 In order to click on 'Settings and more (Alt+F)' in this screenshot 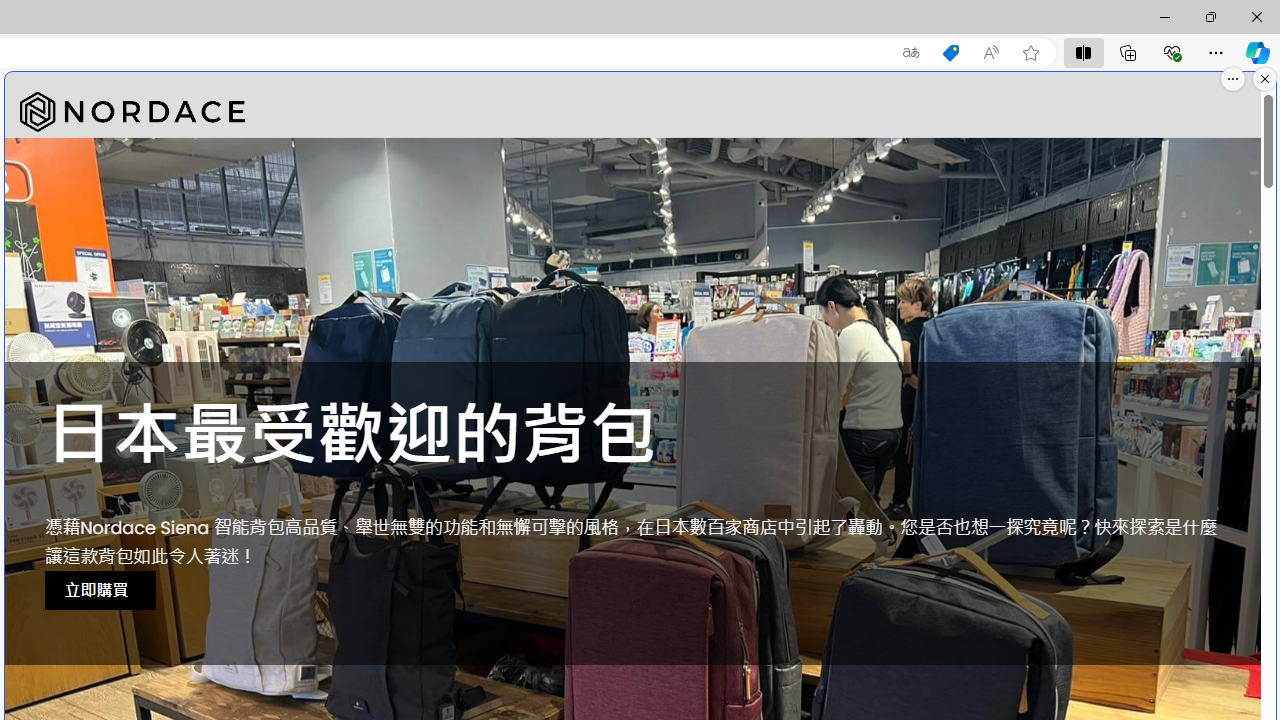, I will do `click(1215, 51)`.